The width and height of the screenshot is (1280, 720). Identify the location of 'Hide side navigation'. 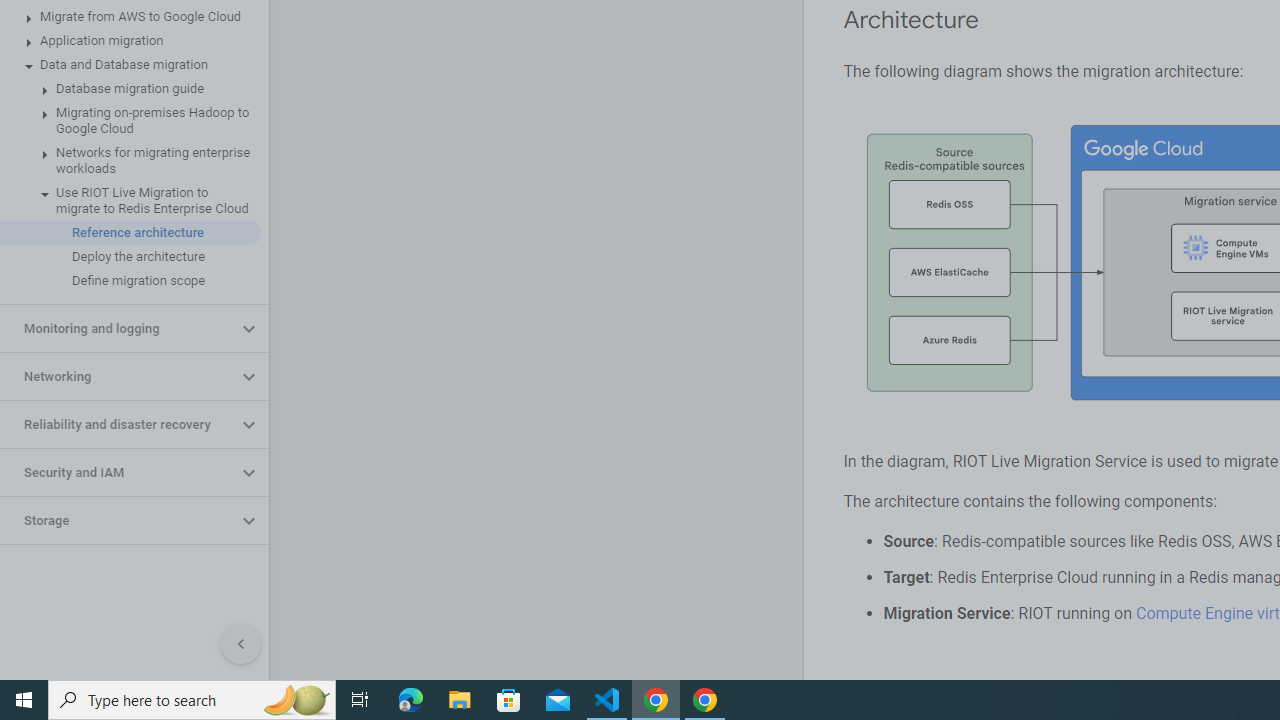
(240, 644).